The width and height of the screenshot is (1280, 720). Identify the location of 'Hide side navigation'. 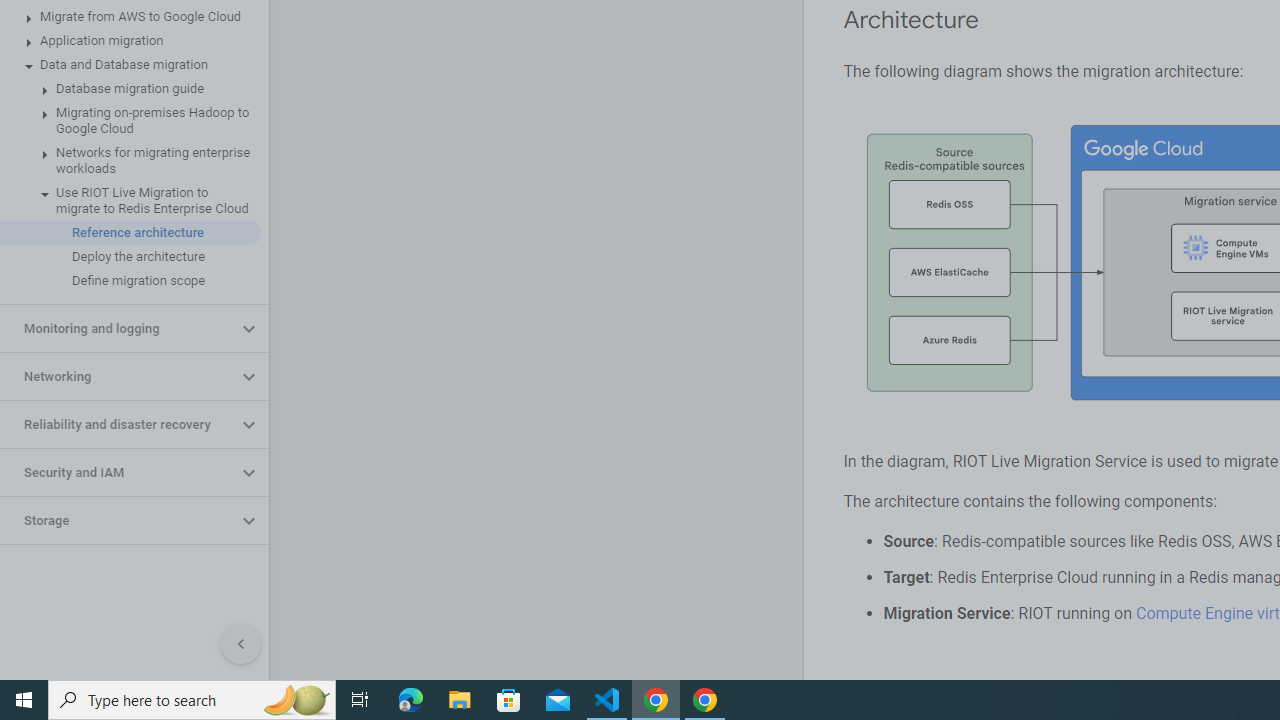
(240, 644).